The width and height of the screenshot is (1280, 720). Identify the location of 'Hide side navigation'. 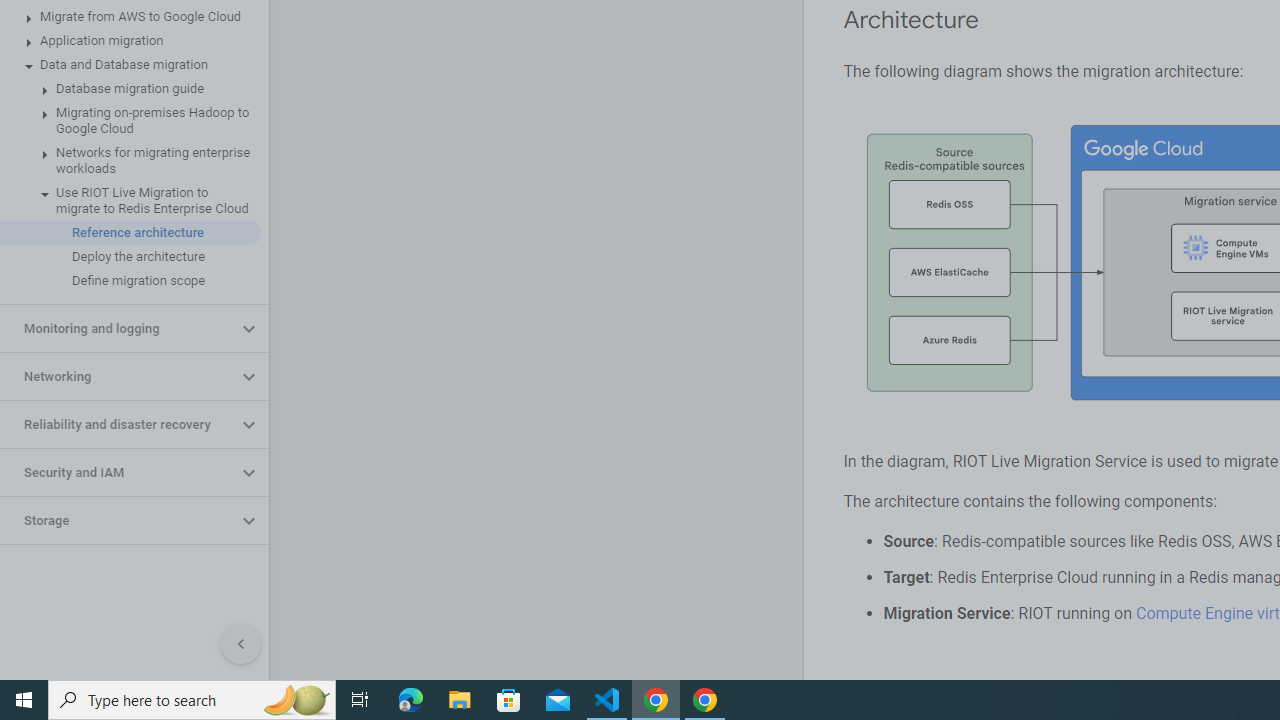
(240, 644).